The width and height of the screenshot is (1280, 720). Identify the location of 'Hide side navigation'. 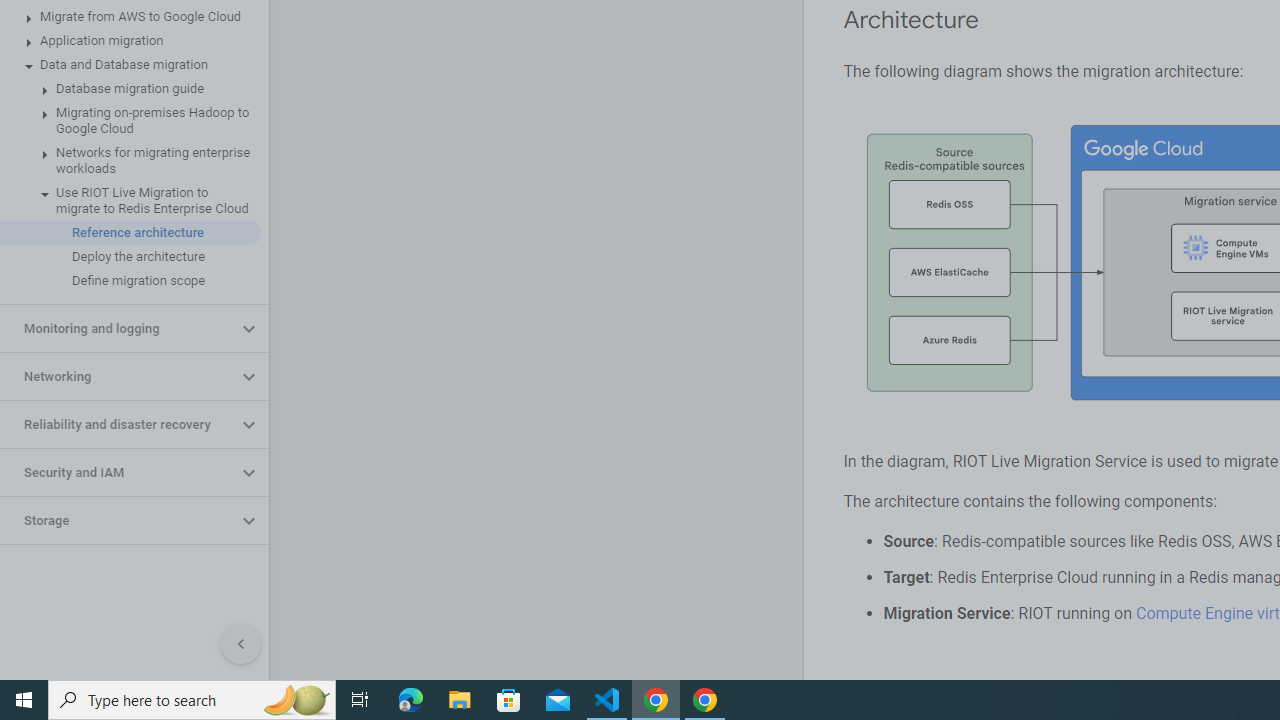
(240, 644).